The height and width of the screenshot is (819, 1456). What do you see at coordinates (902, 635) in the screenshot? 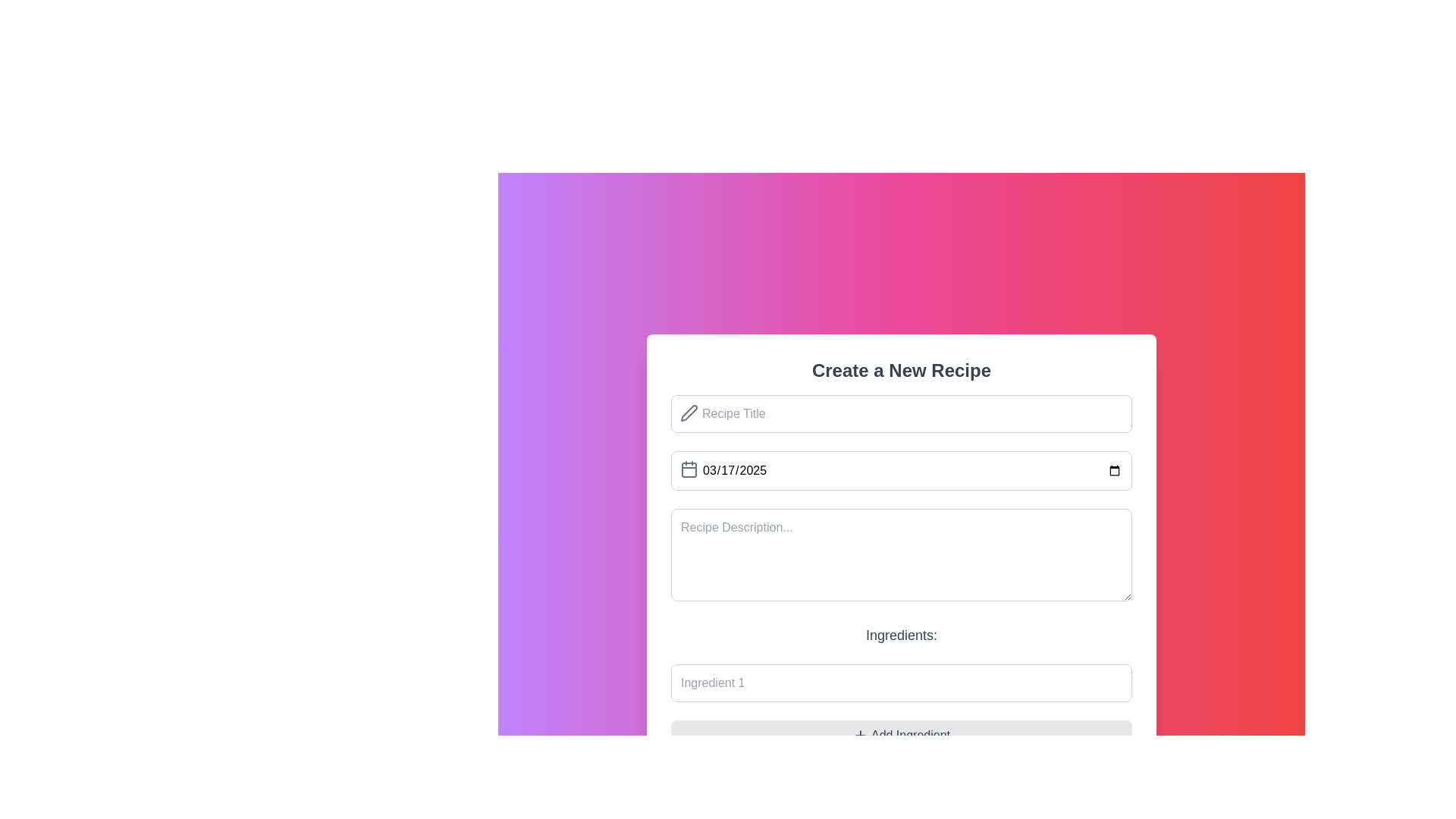
I see `the label displaying 'Ingredients:' which serves as a heading for the section managing recipe ingredients` at bounding box center [902, 635].